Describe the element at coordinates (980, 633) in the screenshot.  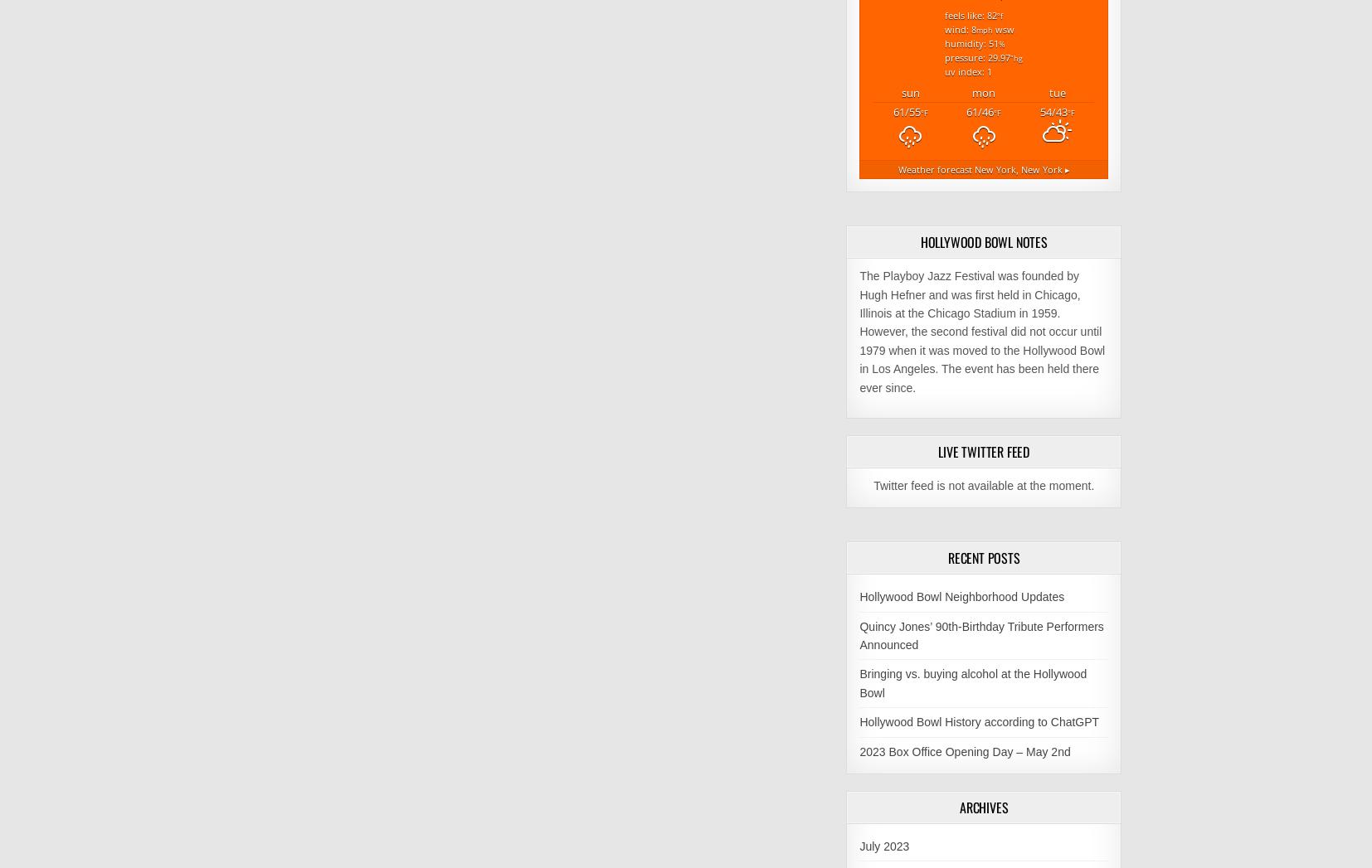
I see `'Quincy Jones’ 90th-Birthday Tribute Performers Announced'` at that location.